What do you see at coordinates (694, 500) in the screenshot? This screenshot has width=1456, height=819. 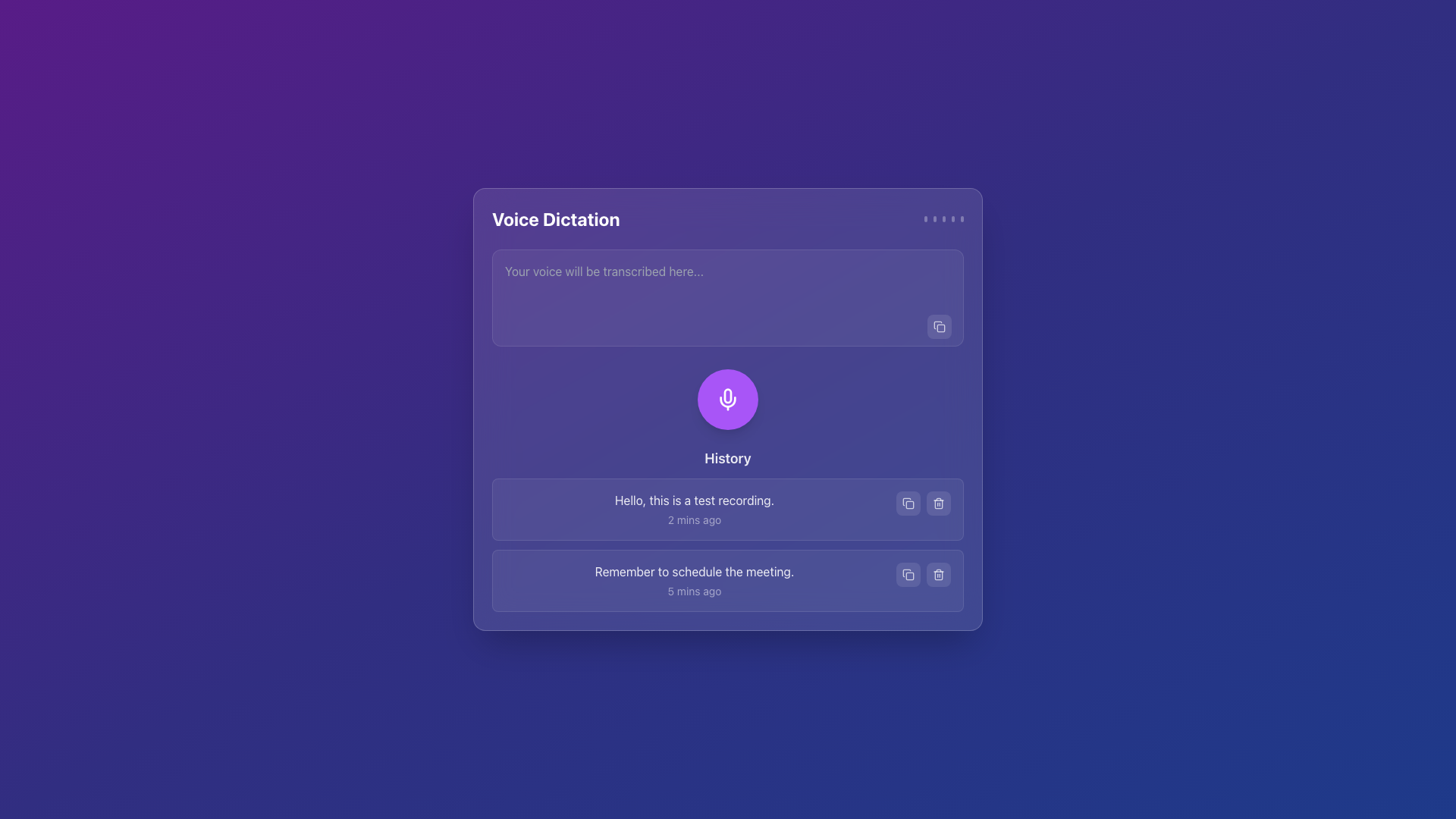 I see `text label that displays 'Hello, this is a test recording.' located in the history list section above the timestamp '2 mins ago.'` at bounding box center [694, 500].